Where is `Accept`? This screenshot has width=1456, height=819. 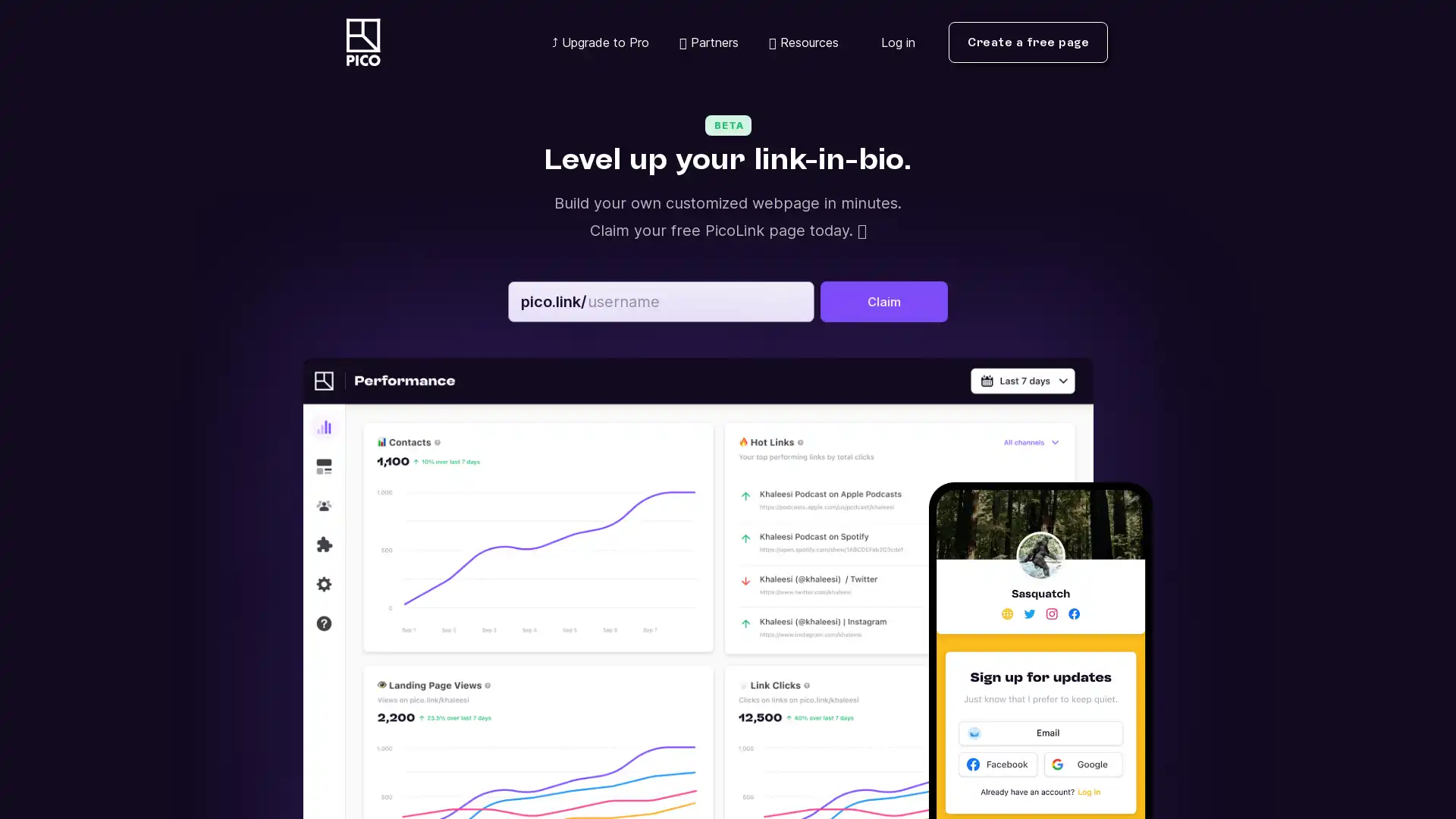
Accept is located at coordinates (1301, 748).